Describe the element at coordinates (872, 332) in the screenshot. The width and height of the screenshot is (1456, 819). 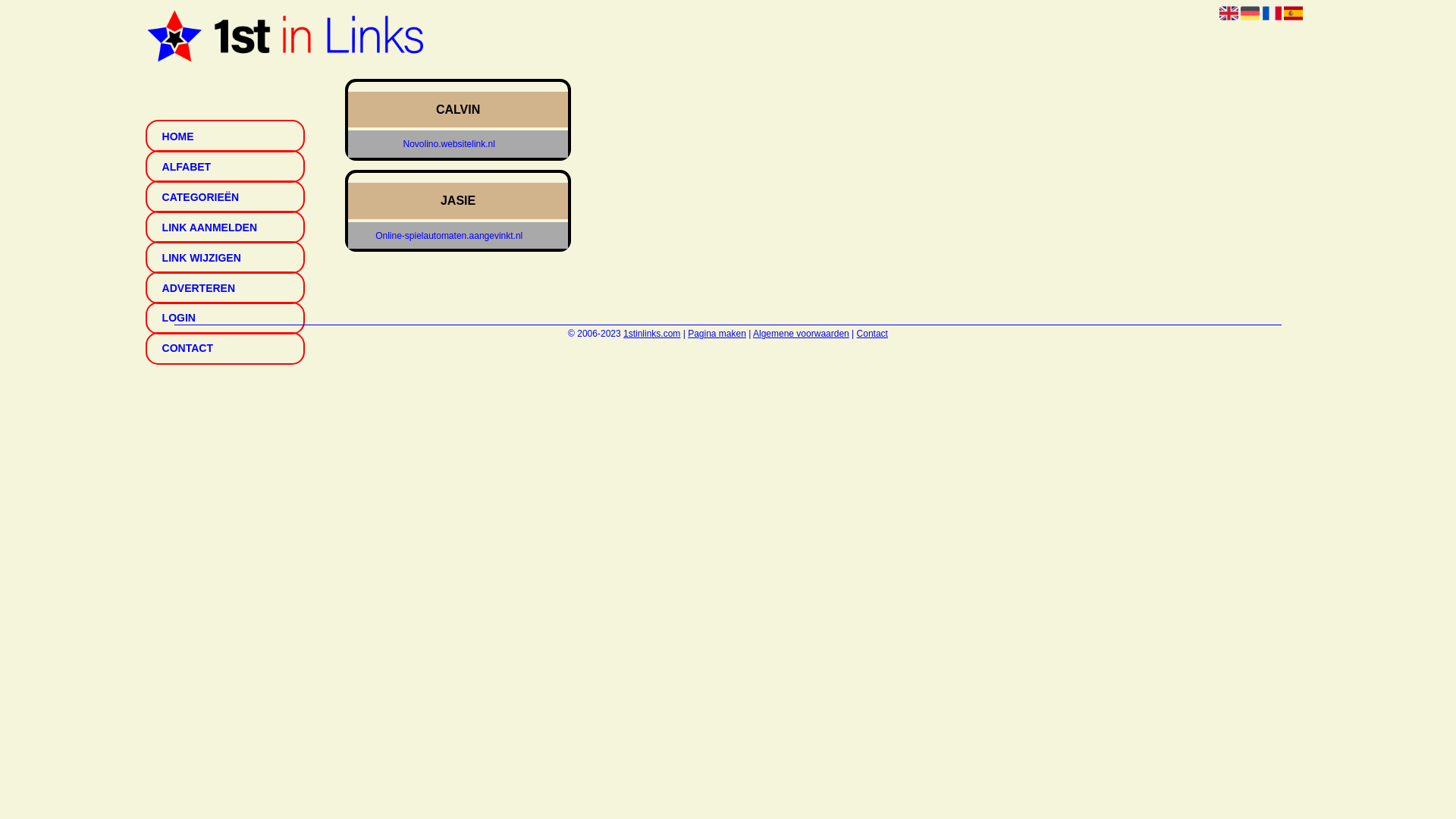
I see `'Contact'` at that location.